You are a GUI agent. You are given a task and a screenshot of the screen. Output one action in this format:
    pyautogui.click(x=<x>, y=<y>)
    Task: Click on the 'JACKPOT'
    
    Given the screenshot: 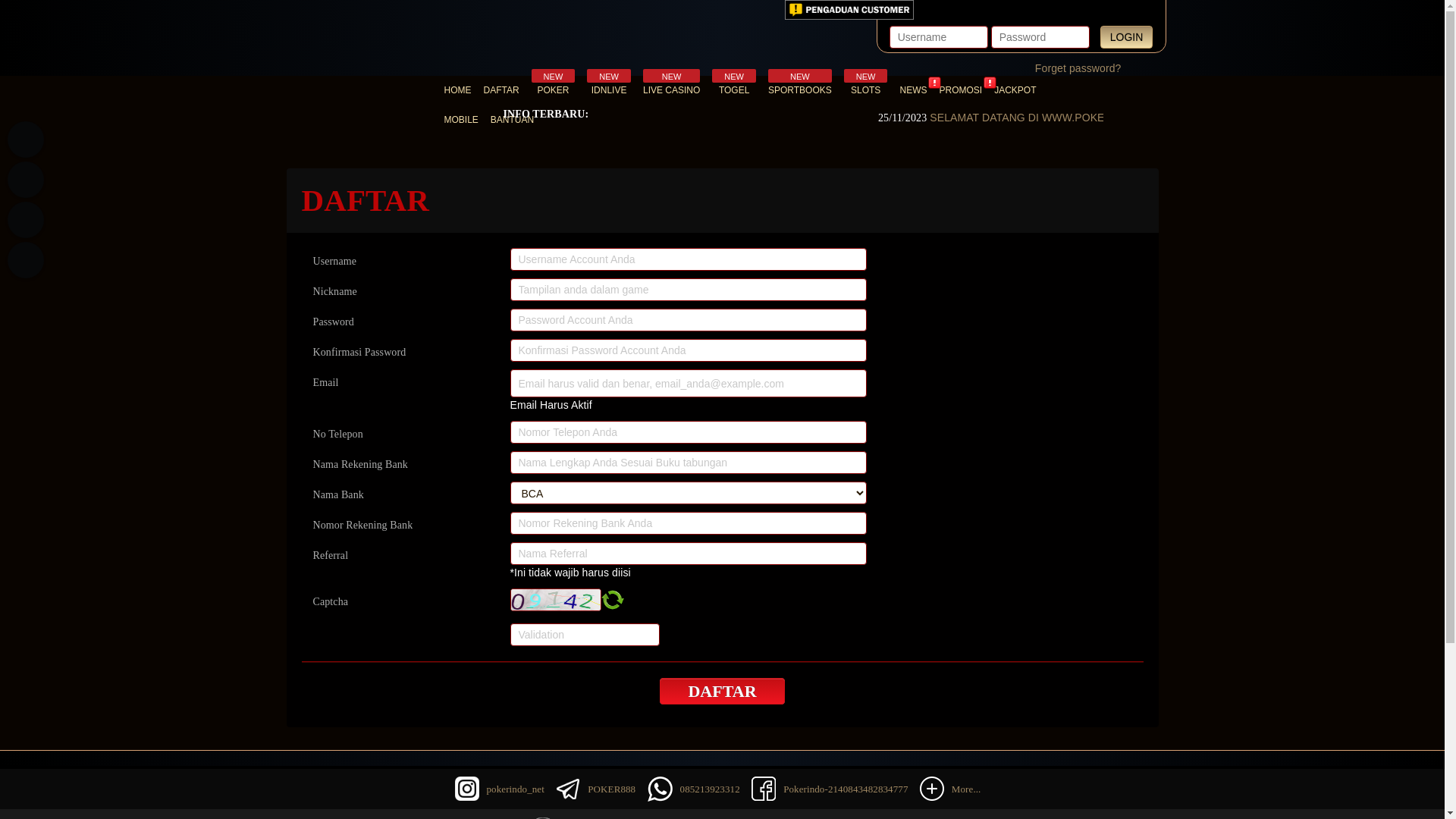 What is the action you would take?
    pyautogui.click(x=1015, y=90)
    